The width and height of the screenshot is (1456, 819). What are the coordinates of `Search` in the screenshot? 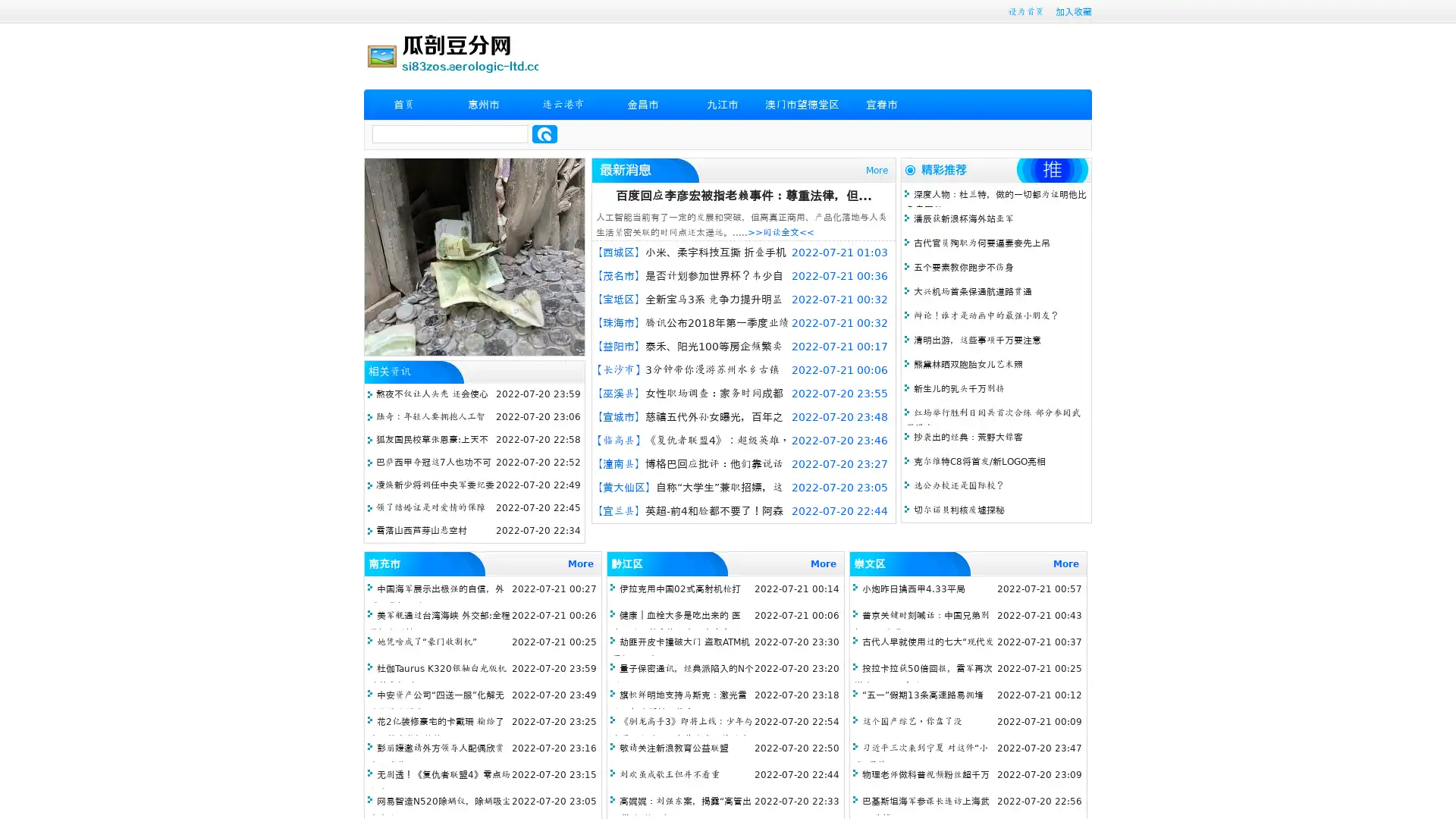 It's located at (544, 133).